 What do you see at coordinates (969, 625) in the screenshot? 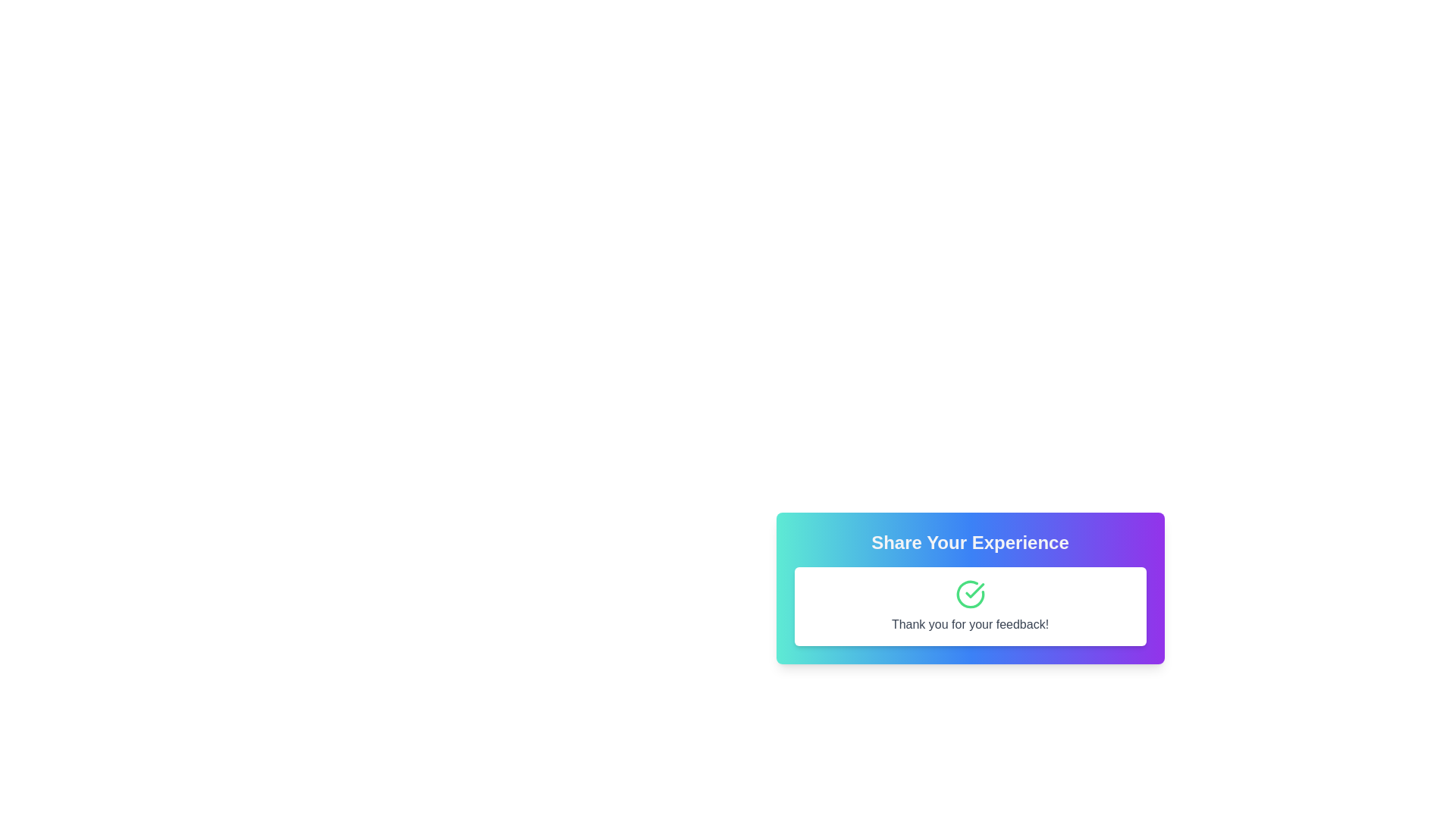
I see `the text label displaying 'Thank you for your feedback!' located at the bottom of a white card with rounded corners` at bounding box center [969, 625].